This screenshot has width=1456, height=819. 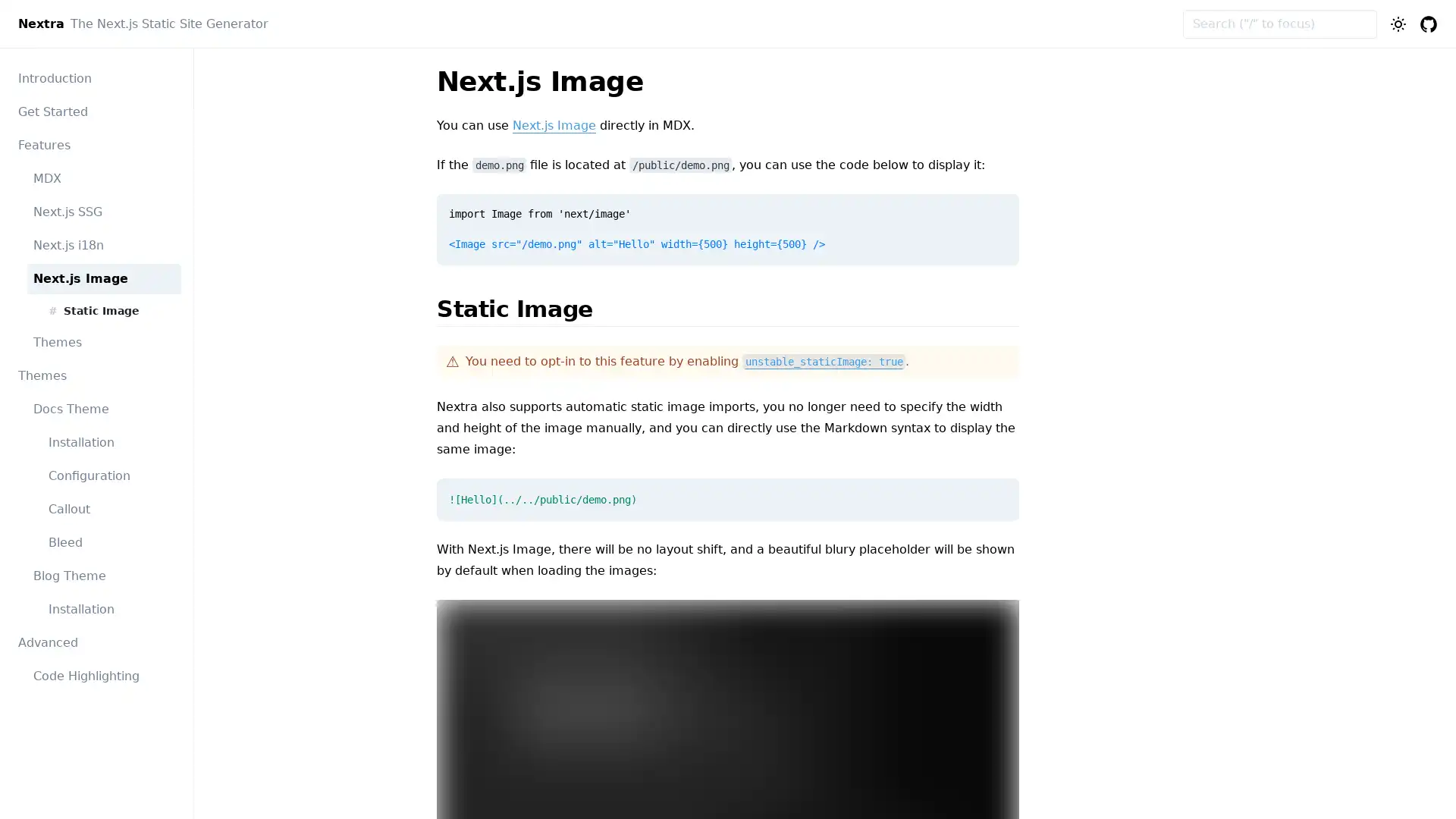 What do you see at coordinates (103, 409) in the screenshot?
I see `Docs Theme` at bounding box center [103, 409].